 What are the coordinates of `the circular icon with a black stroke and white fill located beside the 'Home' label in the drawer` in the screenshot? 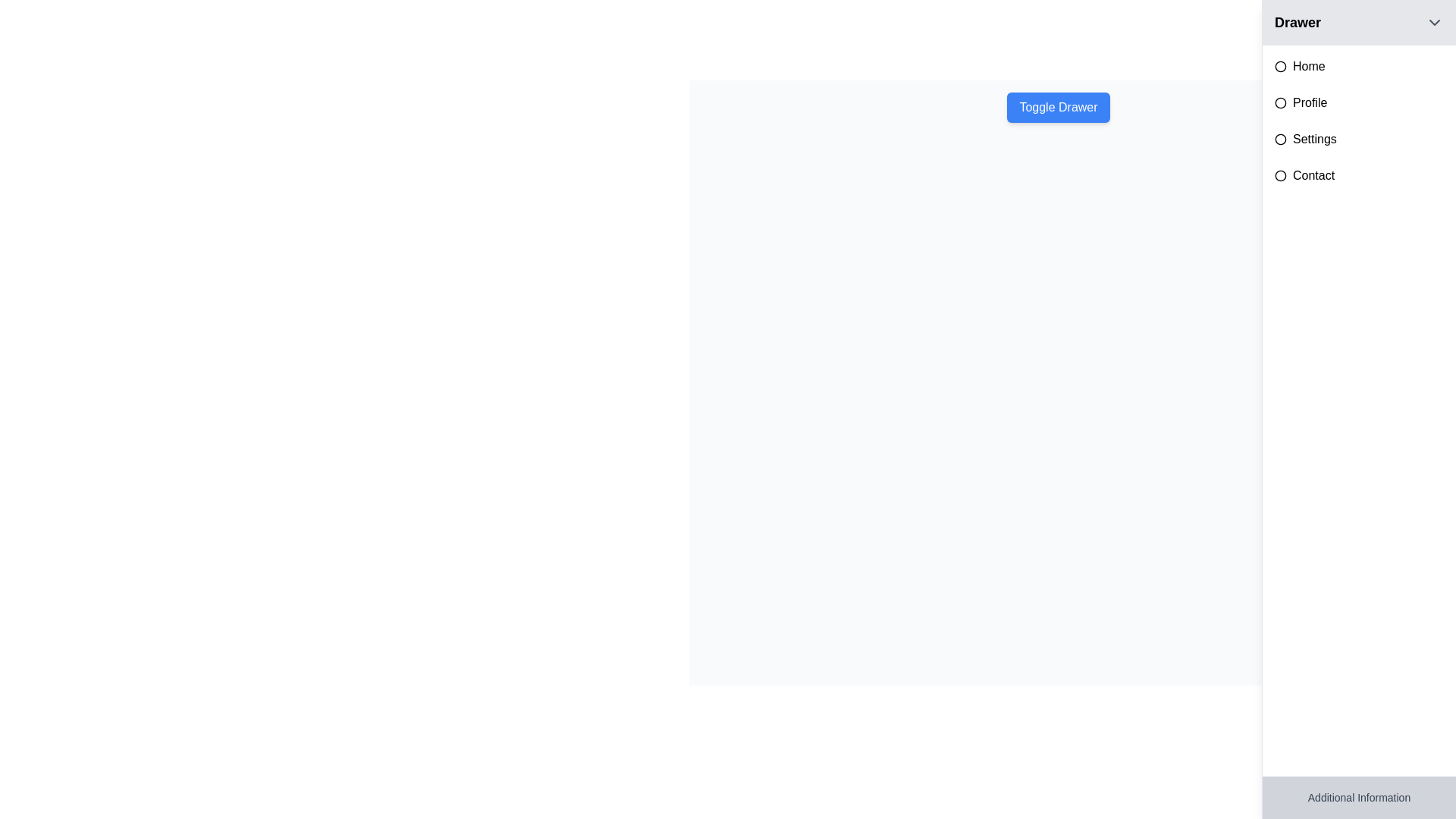 It's located at (1280, 66).